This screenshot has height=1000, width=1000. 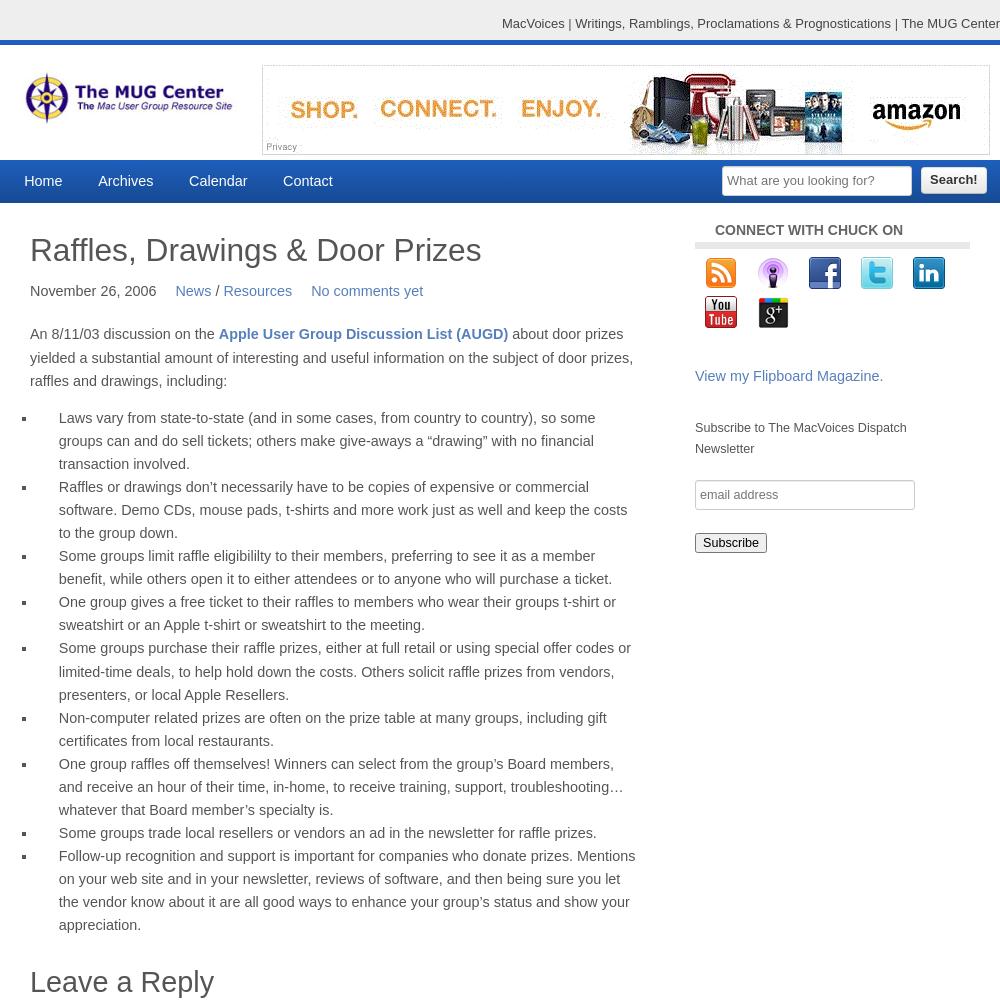 What do you see at coordinates (789, 376) in the screenshot?
I see `'View my Flipboard Magazine.'` at bounding box center [789, 376].